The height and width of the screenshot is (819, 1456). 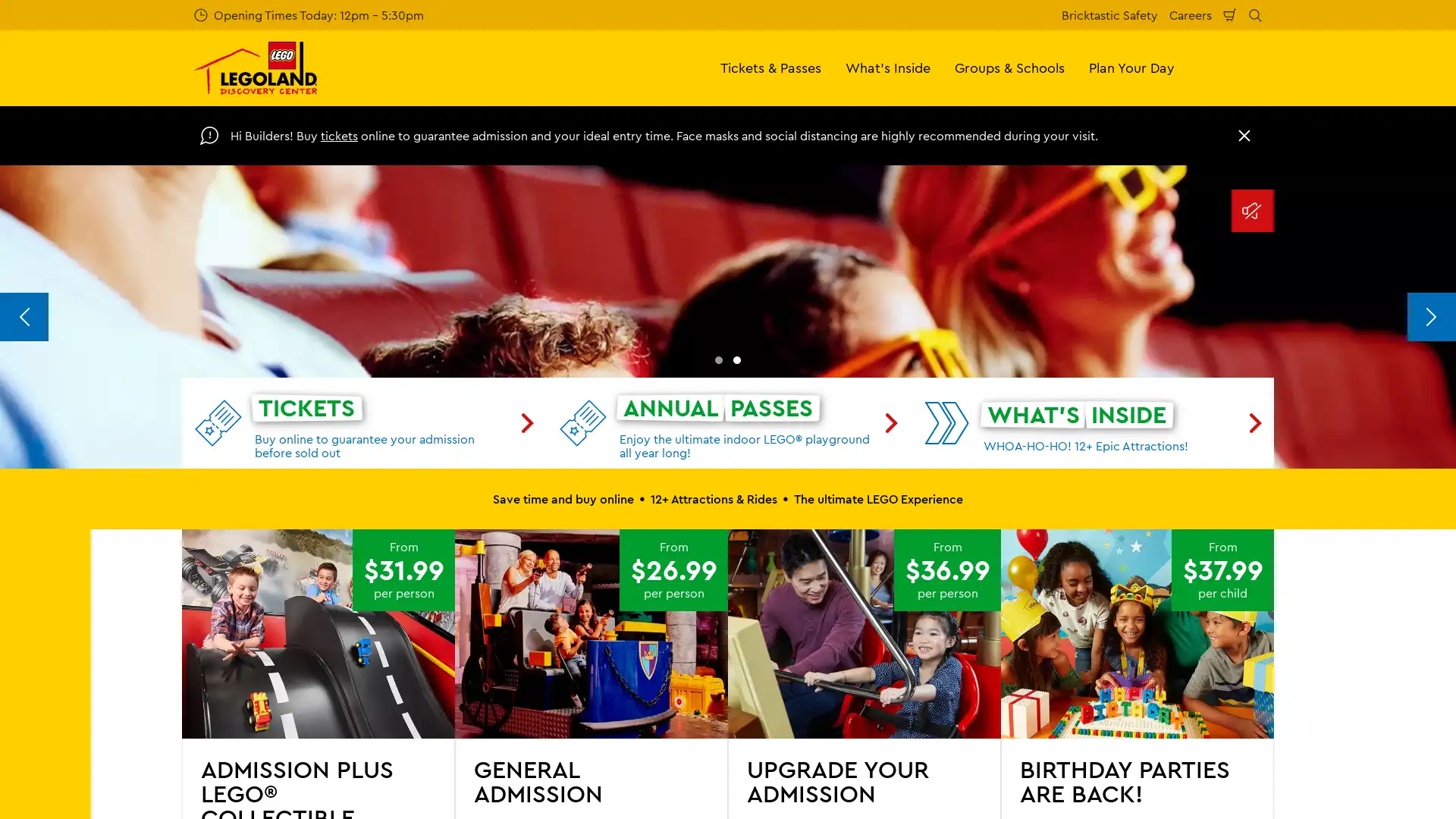 I want to click on Close, so click(x=1244, y=134).